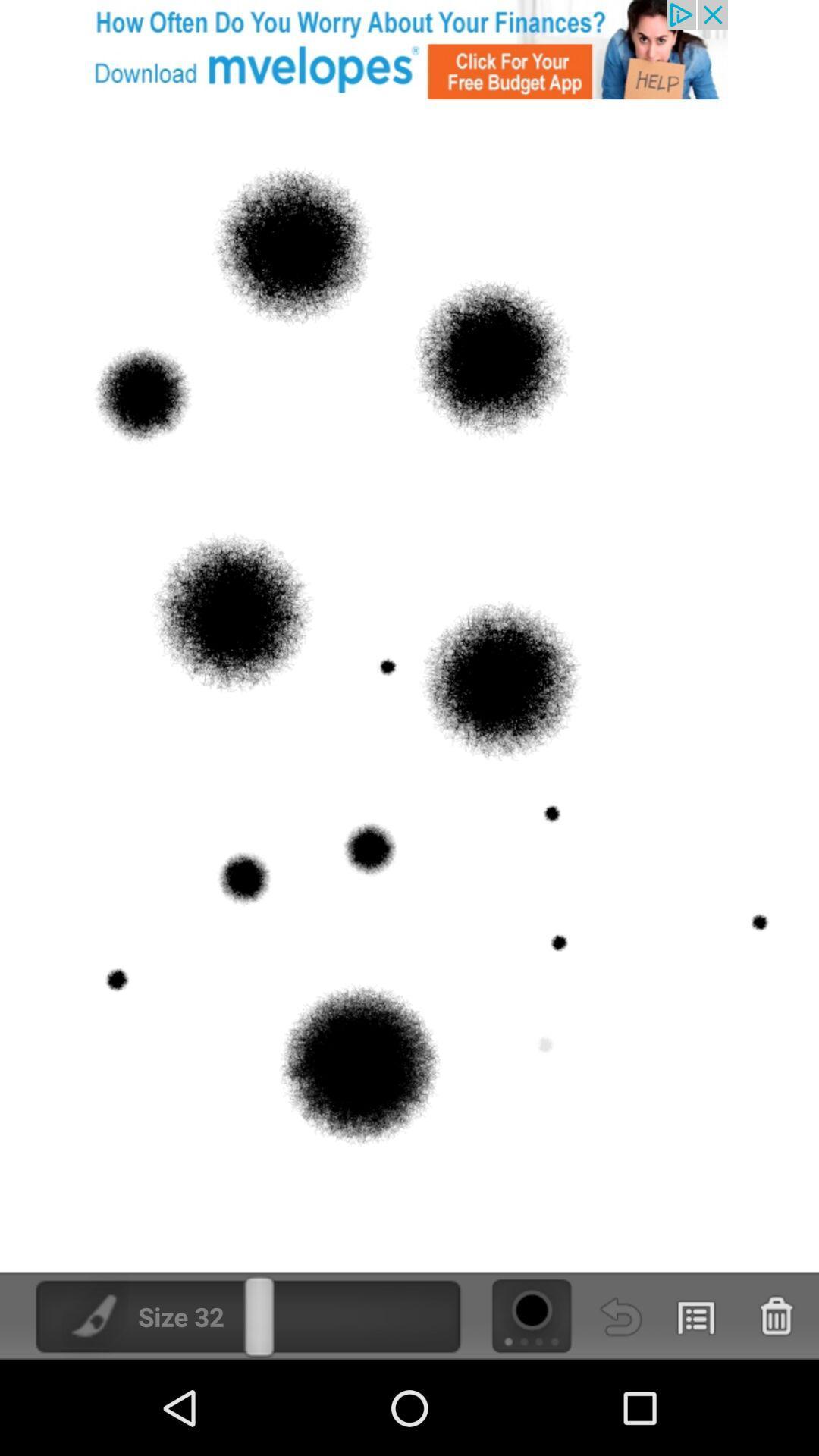  What do you see at coordinates (619, 1408) in the screenshot?
I see `the undo icon` at bounding box center [619, 1408].